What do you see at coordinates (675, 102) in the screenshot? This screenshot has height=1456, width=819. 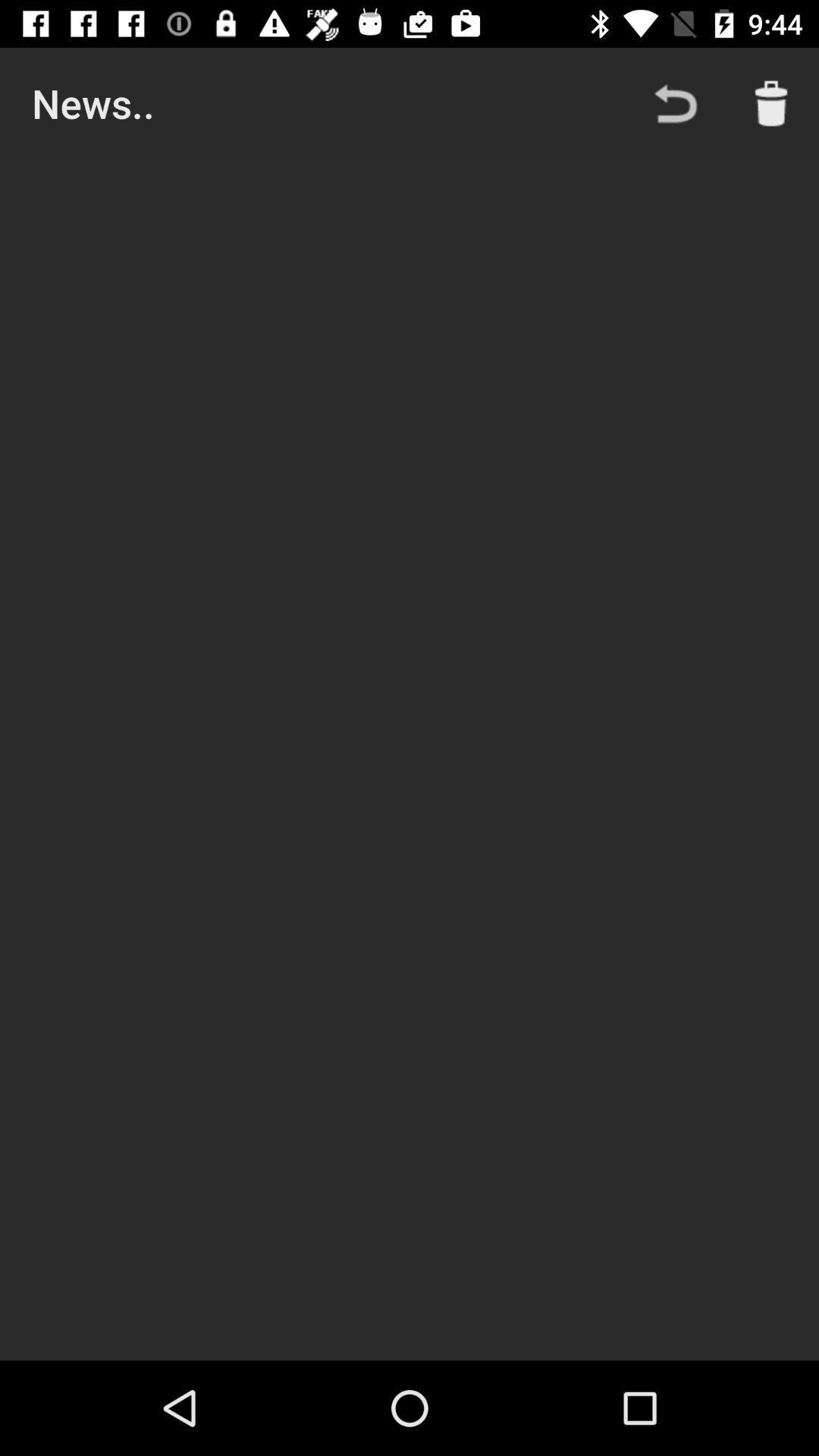 I see `item to the right of the news.. icon` at bounding box center [675, 102].